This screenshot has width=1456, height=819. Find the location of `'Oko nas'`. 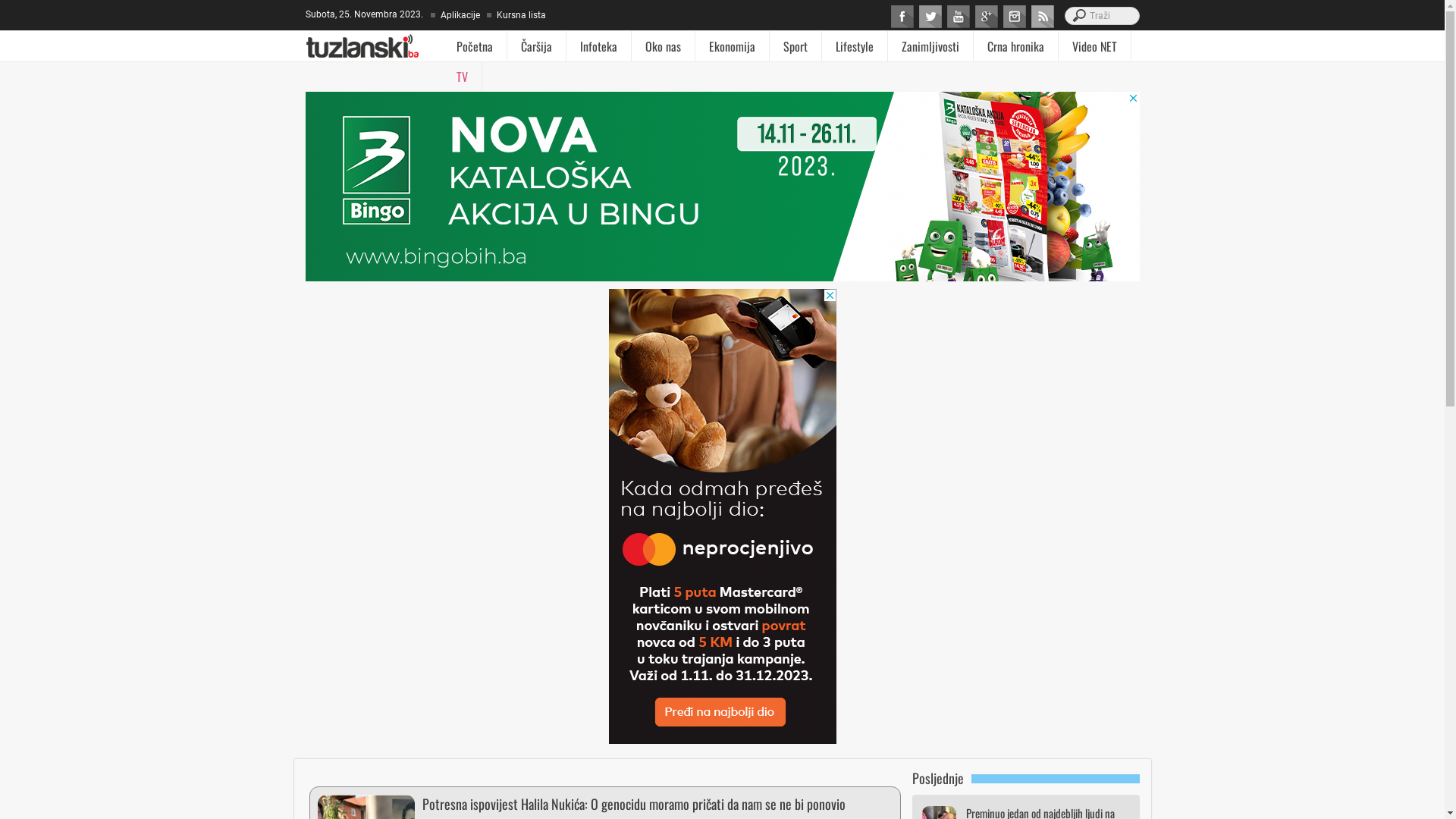

'Oko nas' is located at coordinates (663, 45).